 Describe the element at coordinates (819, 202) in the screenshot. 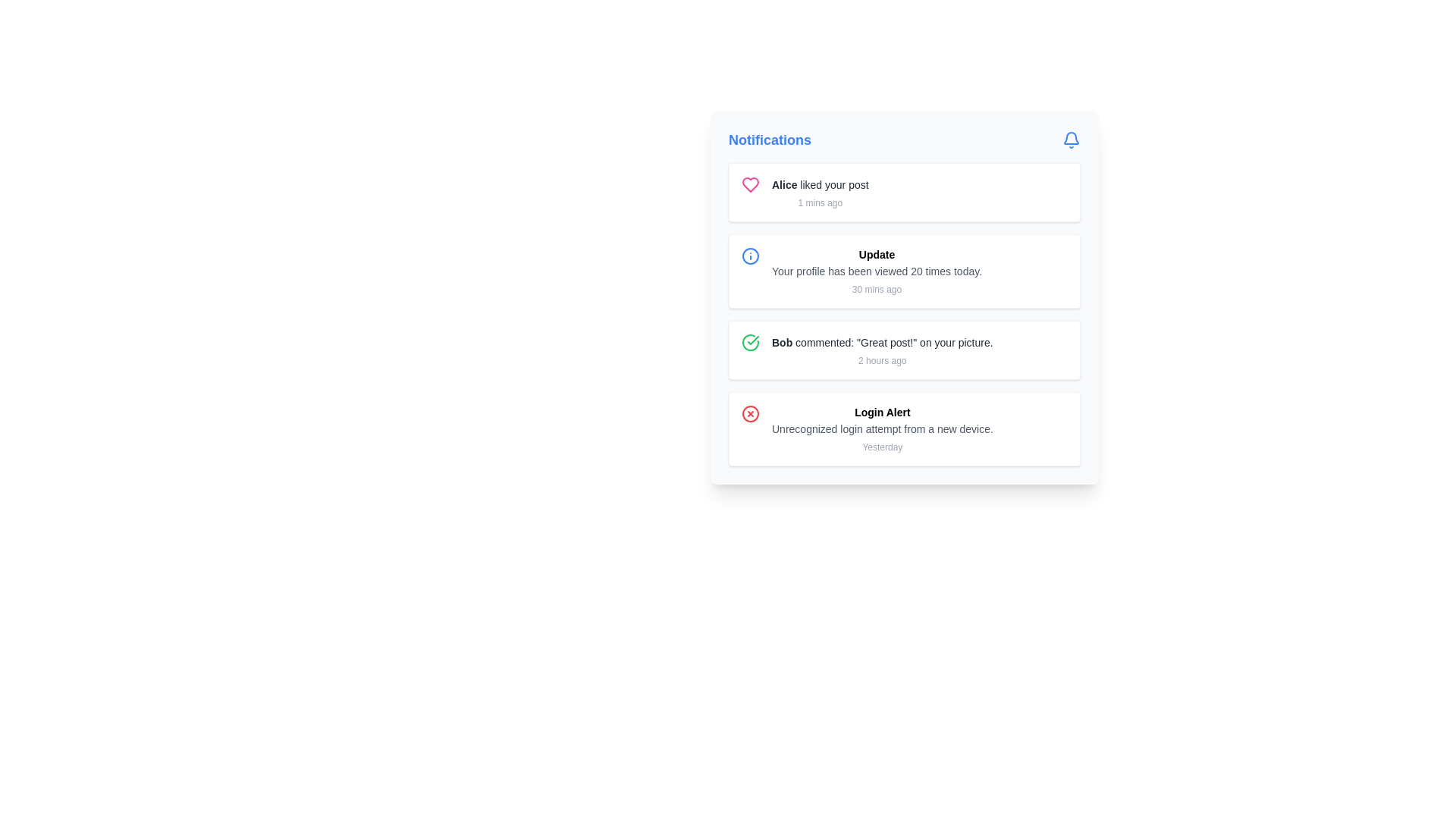

I see `timestamp from the text label located below the notification stating 'Alice liked your post' in the first notification card` at that location.